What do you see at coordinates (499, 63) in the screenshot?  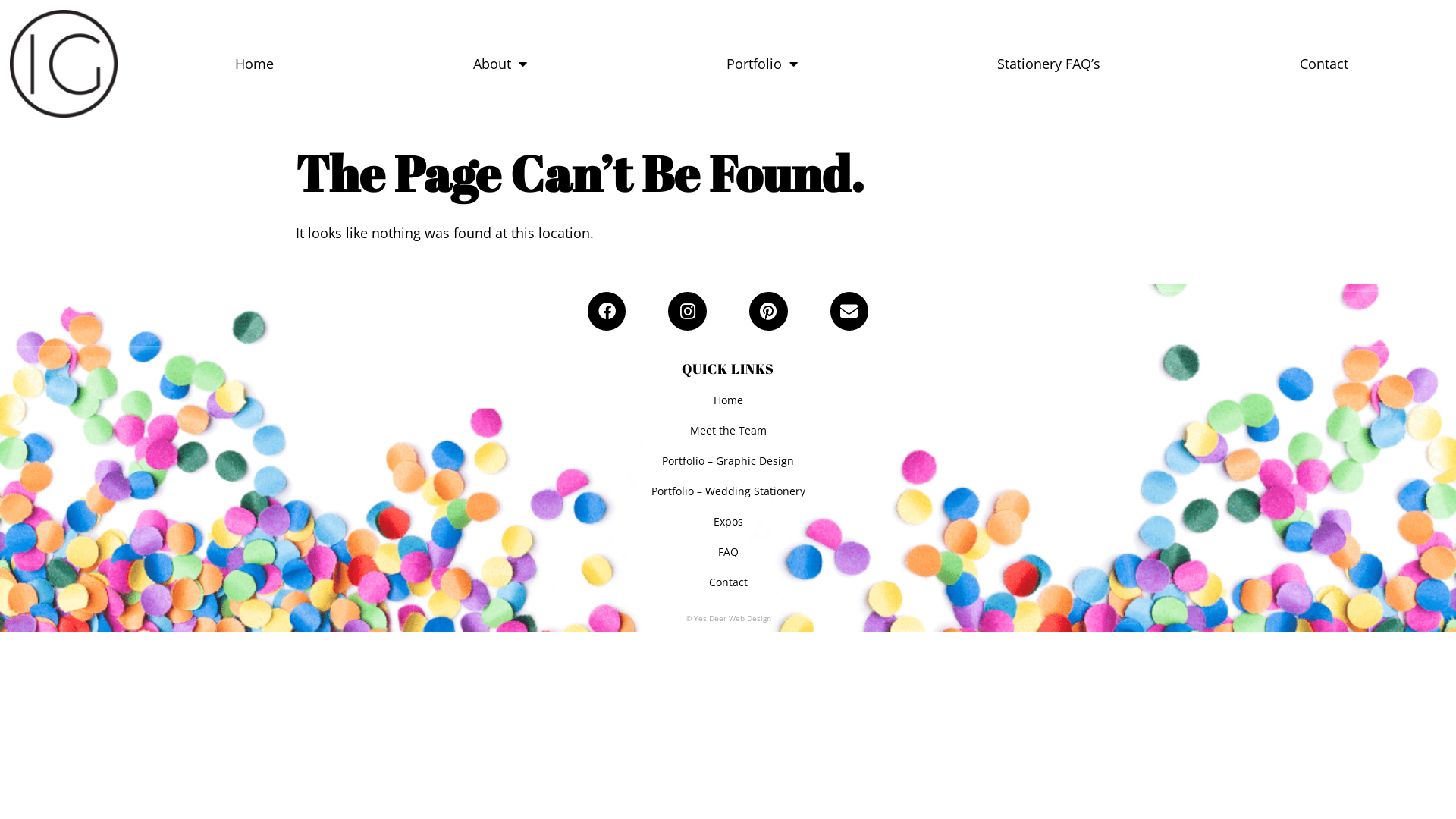 I see `'About'` at bounding box center [499, 63].